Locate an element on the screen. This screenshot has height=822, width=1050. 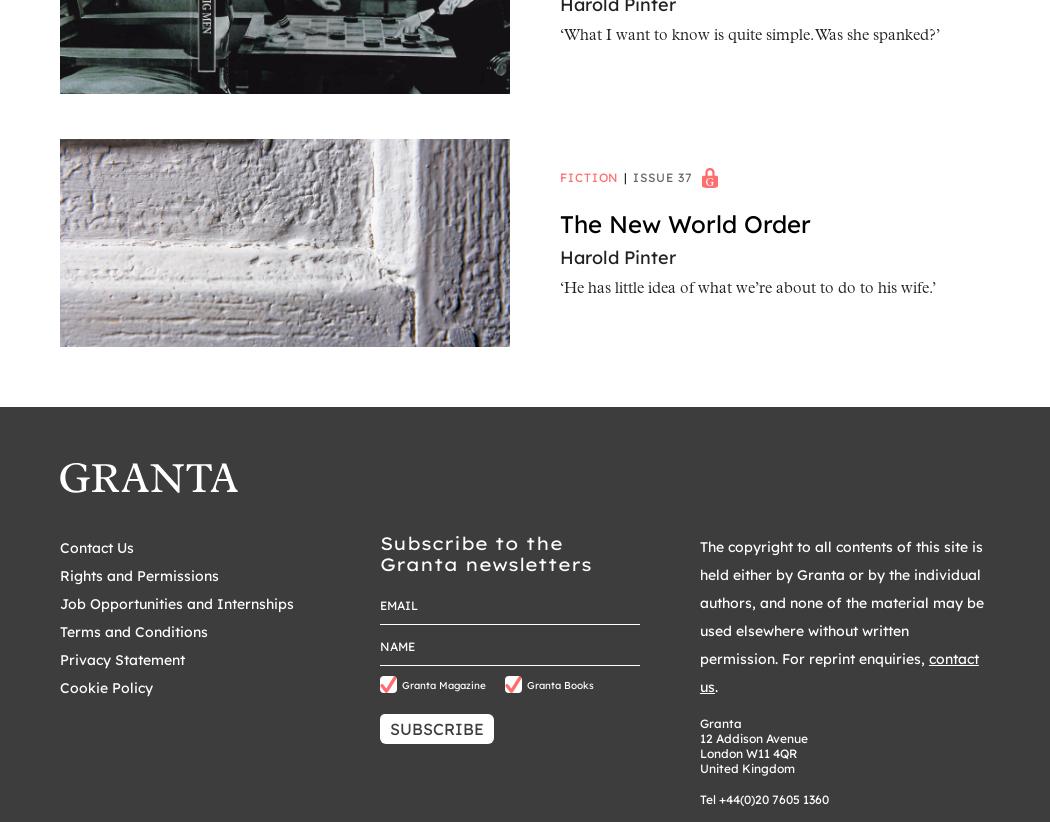
'|' is located at coordinates (626, 175).